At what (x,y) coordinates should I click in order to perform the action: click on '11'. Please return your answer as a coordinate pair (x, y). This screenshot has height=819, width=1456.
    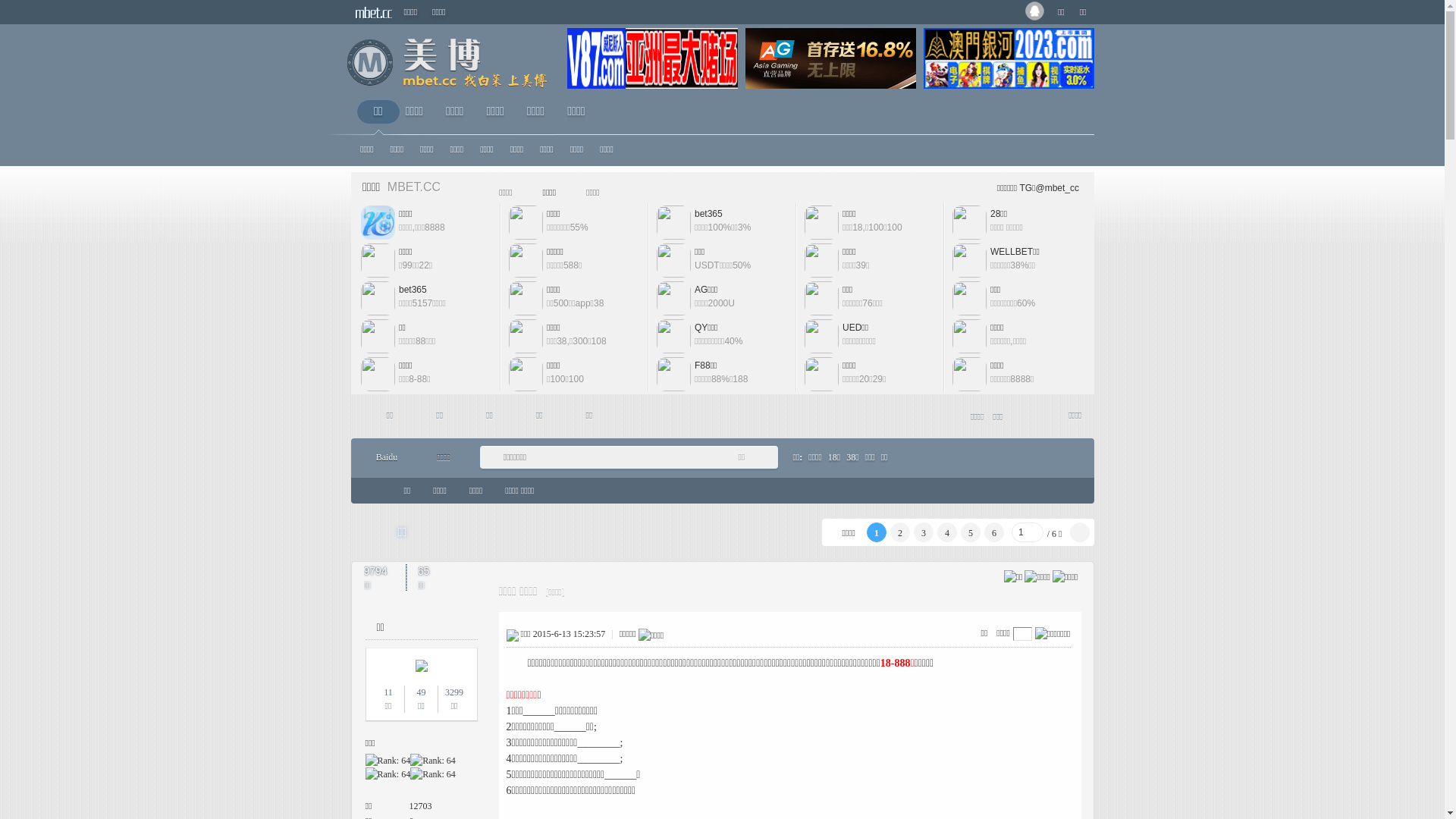
    Looking at the image, I should click on (383, 692).